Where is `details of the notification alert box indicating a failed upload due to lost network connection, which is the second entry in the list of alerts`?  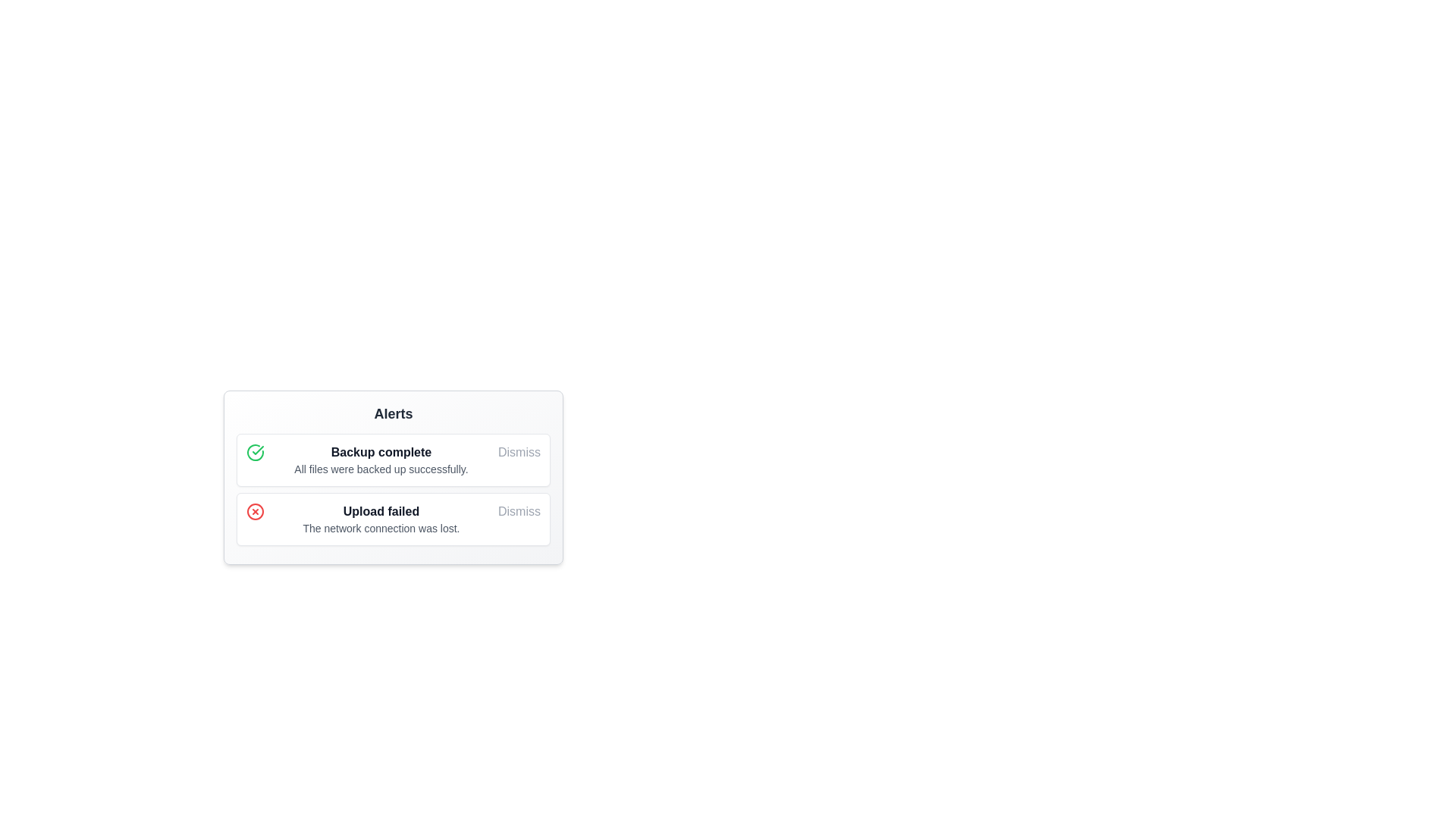 details of the notification alert box indicating a failed upload due to lost network connection, which is the second entry in the list of alerts is located at coordinates (385, 503).